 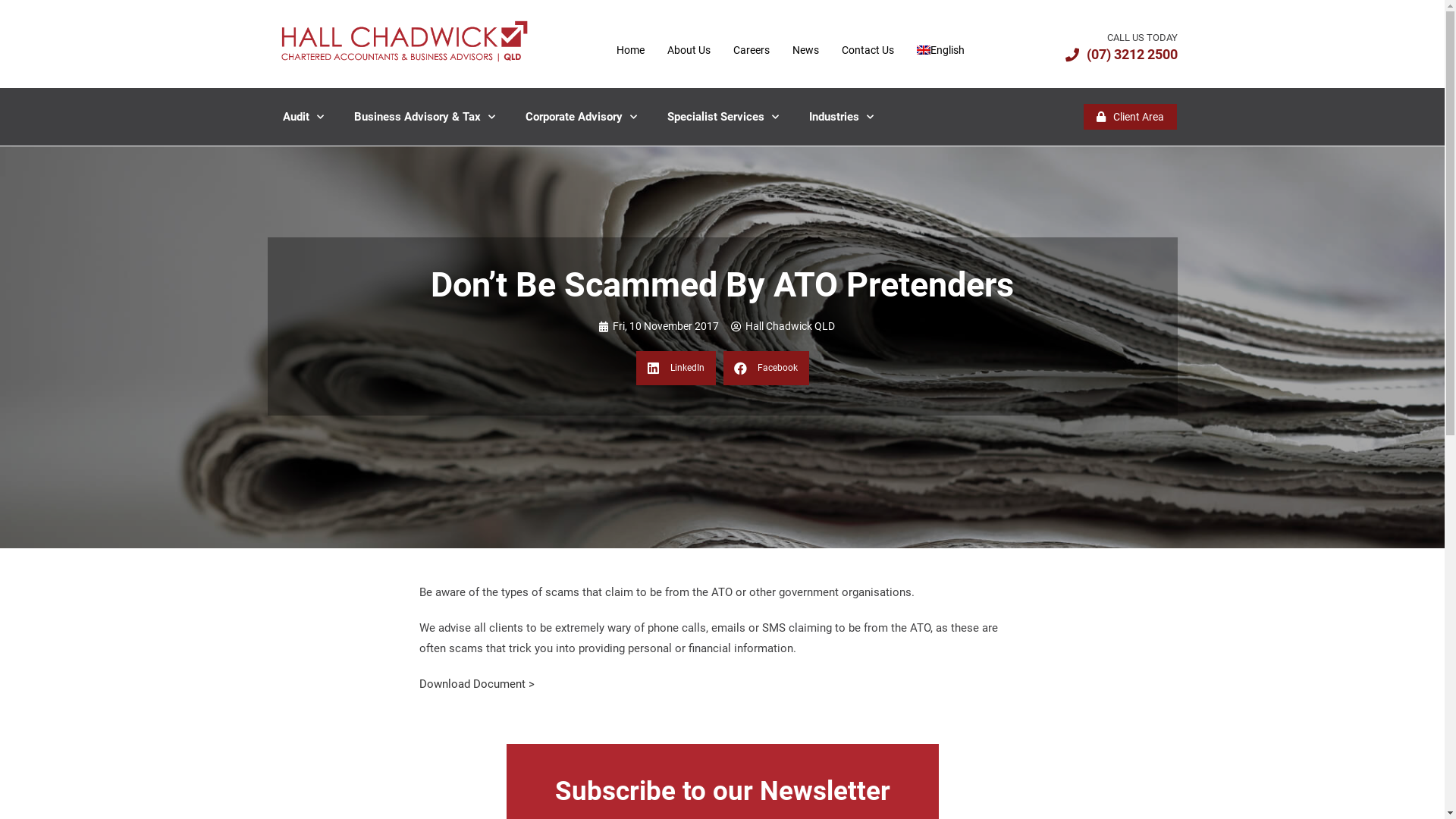 I want to click on 'Careers', so click(x=720, y=49).